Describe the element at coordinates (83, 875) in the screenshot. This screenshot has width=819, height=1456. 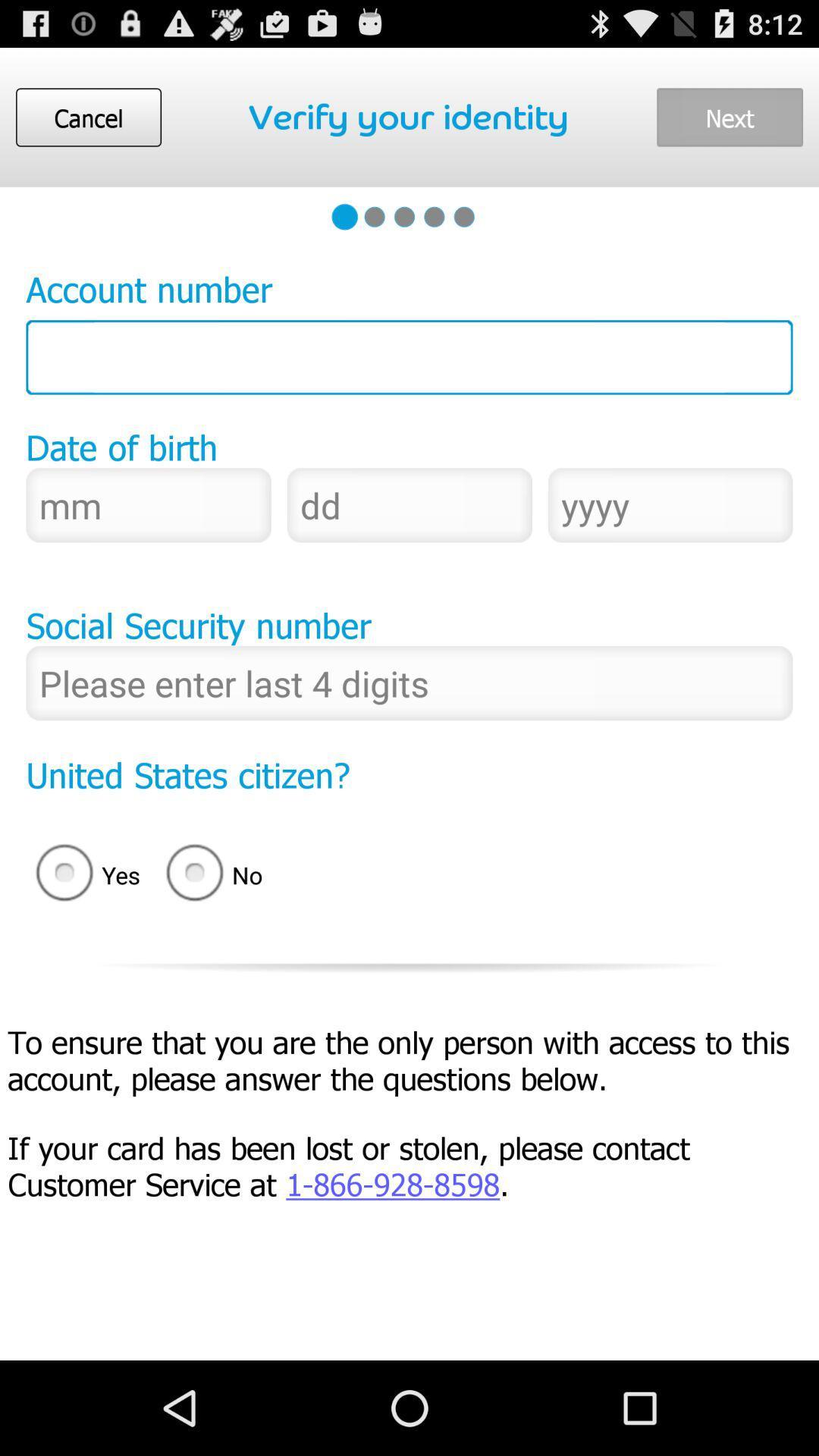
I see `the yes icon` at that location.